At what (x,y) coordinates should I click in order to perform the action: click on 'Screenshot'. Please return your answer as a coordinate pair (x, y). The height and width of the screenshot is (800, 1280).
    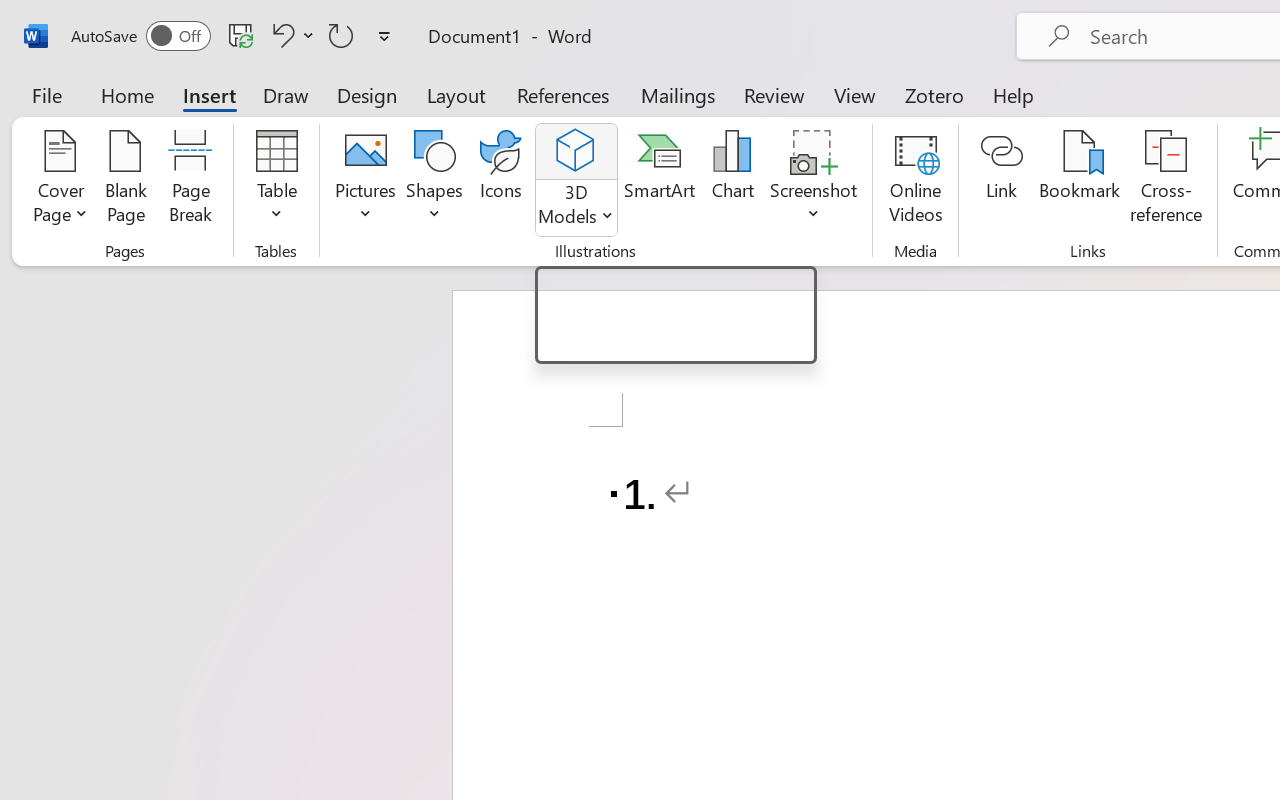
    Looking at the image, I should click on (814, 179).